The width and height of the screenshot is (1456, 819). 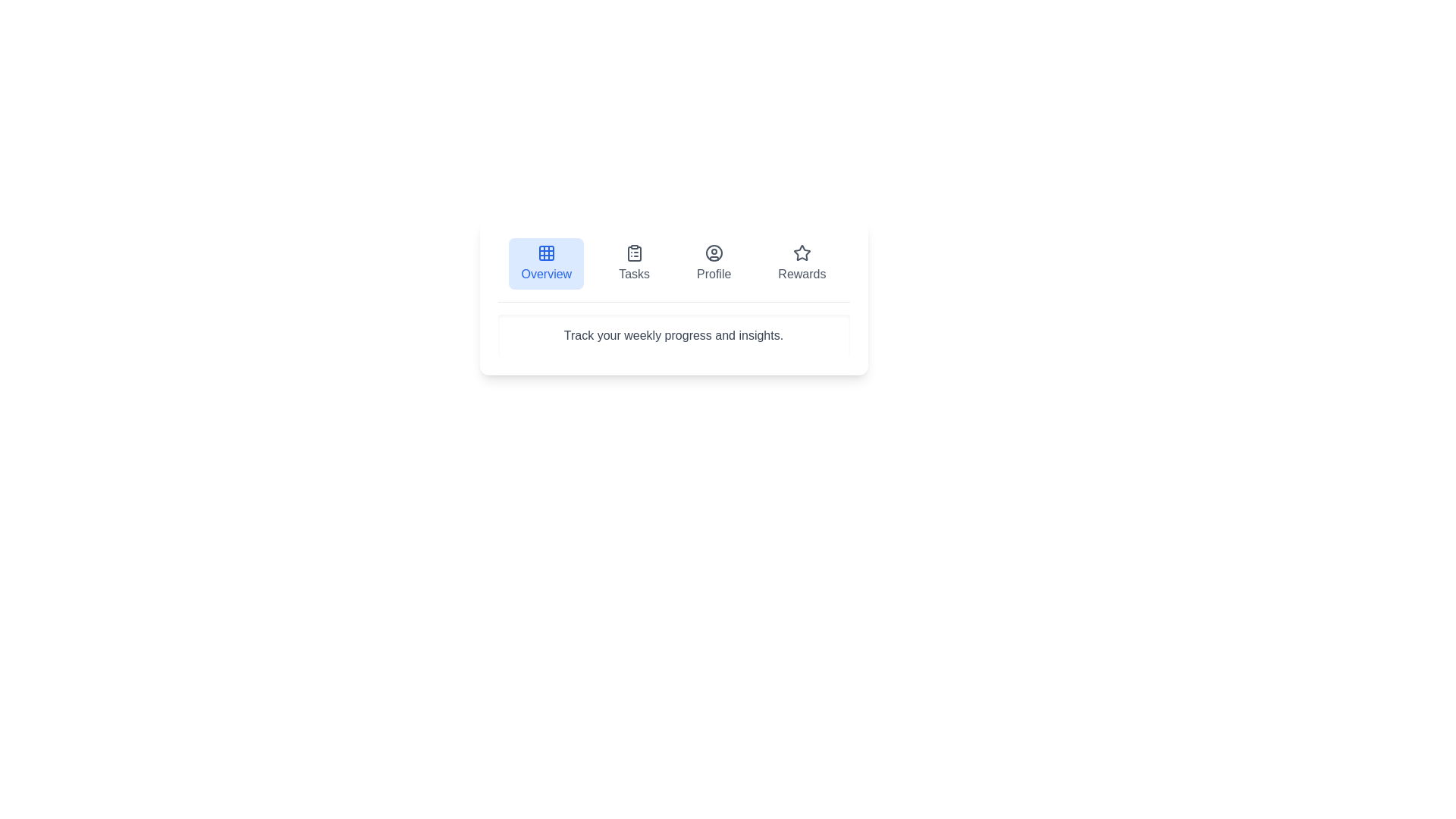 What do you see at coordinates (801, 262) in the screenshot?
I see `the 'Rewards' button, which features a hollow star icon above the text styled in gray, located in the horizontal navigation menu on the far right` at bounding box center [801, 262].